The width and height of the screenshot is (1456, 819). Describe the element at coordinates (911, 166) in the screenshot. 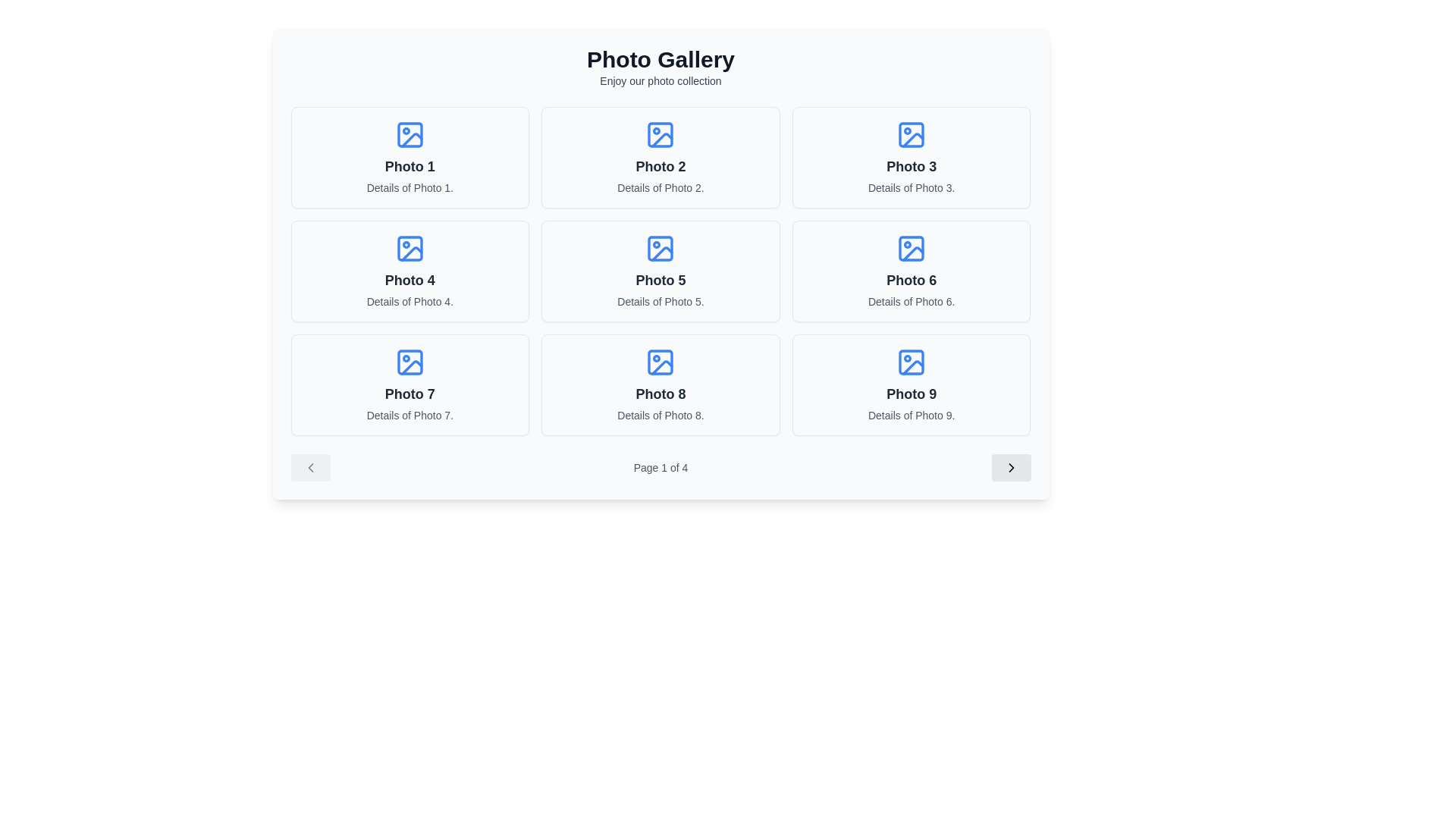

I see `the text label that serves as the title for the photo card, labeled 'Photo 3', located in the third card of the first row of the photo gallery grid layout` at that location.